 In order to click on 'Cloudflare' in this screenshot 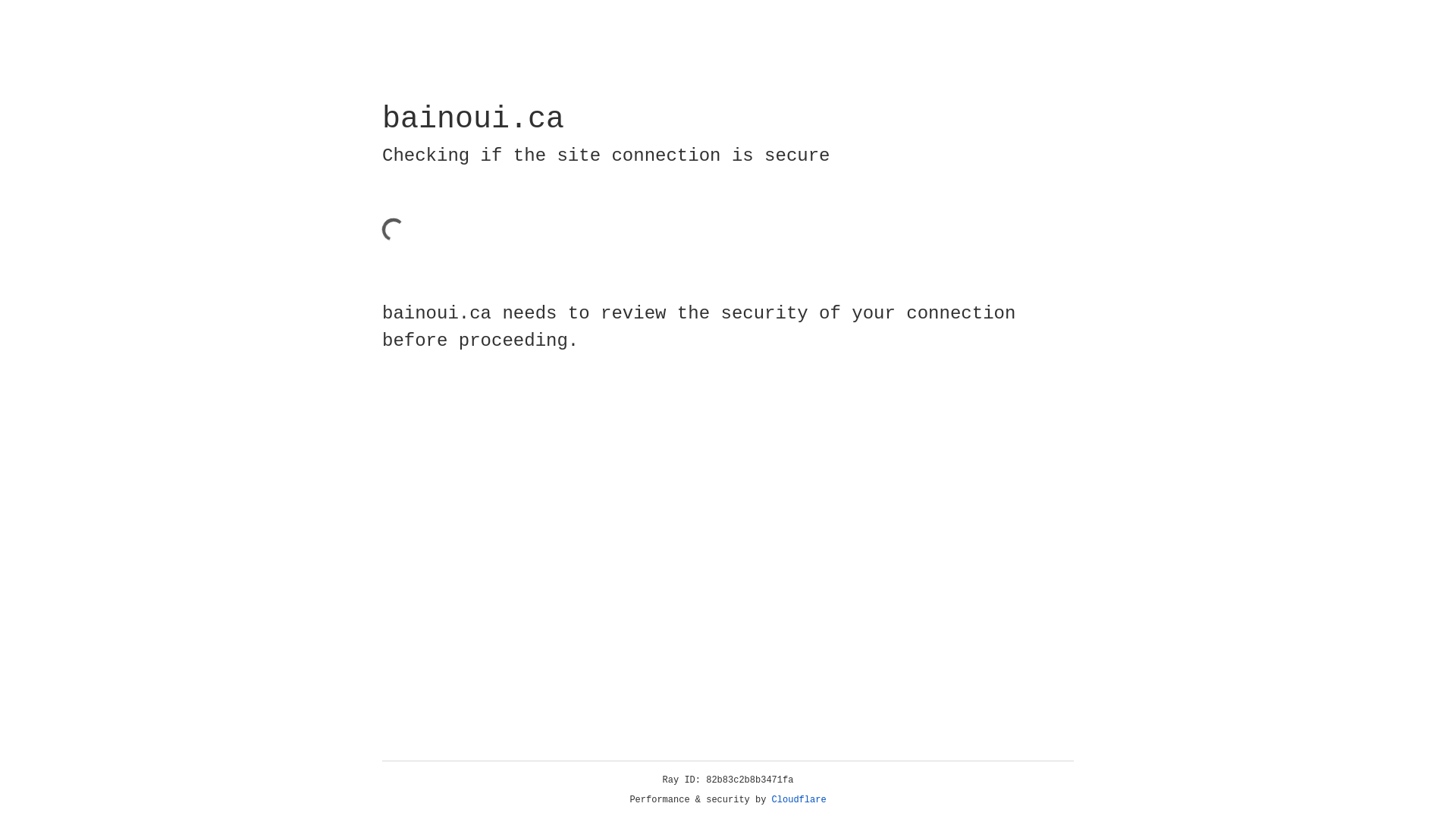, I will do `click(799, 799)`.